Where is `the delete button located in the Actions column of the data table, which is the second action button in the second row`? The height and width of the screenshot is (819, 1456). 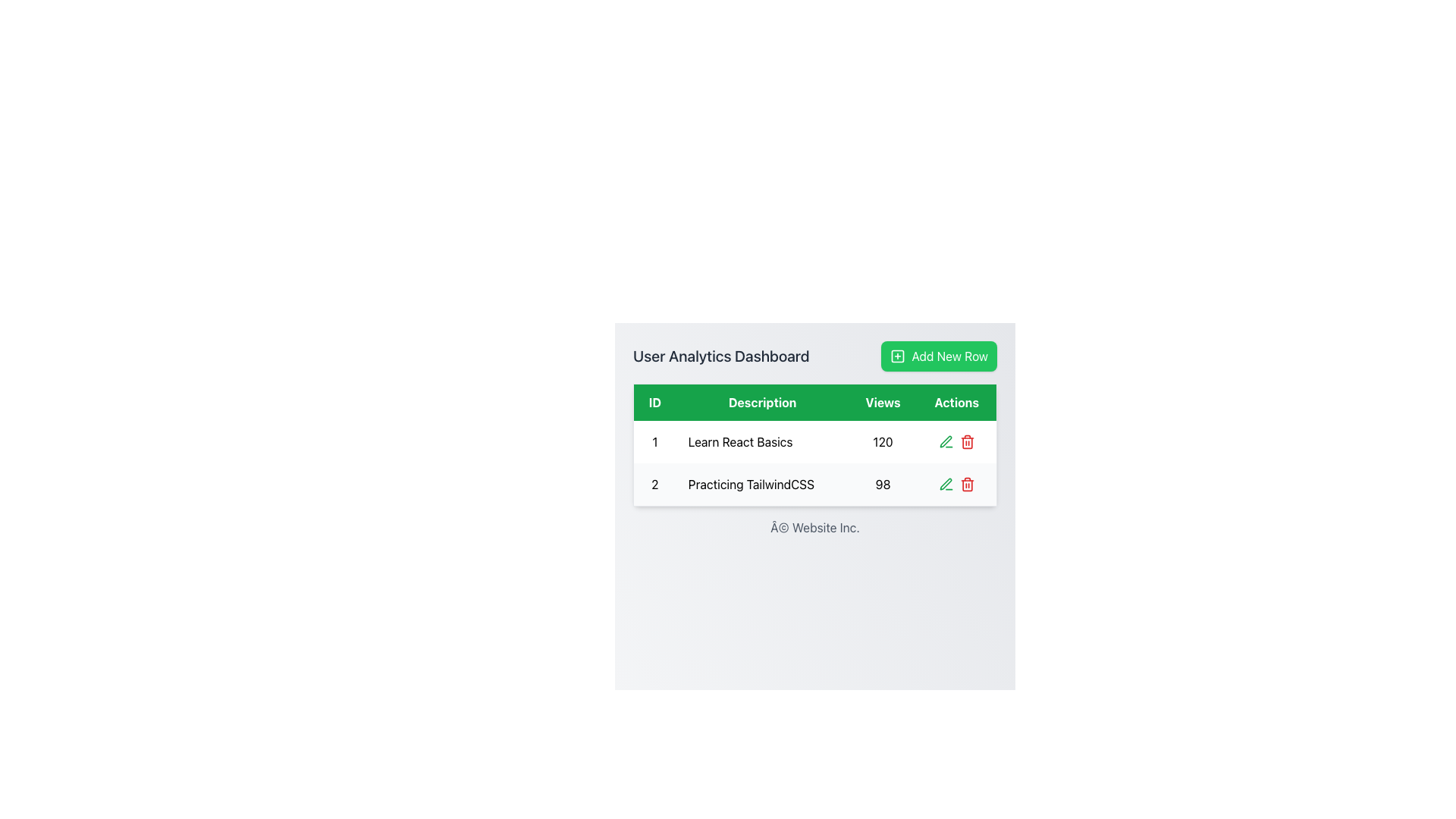
the delete button located in the Actions column of the data table, which is the second action button in the second row is located at coordinates (966, 485).